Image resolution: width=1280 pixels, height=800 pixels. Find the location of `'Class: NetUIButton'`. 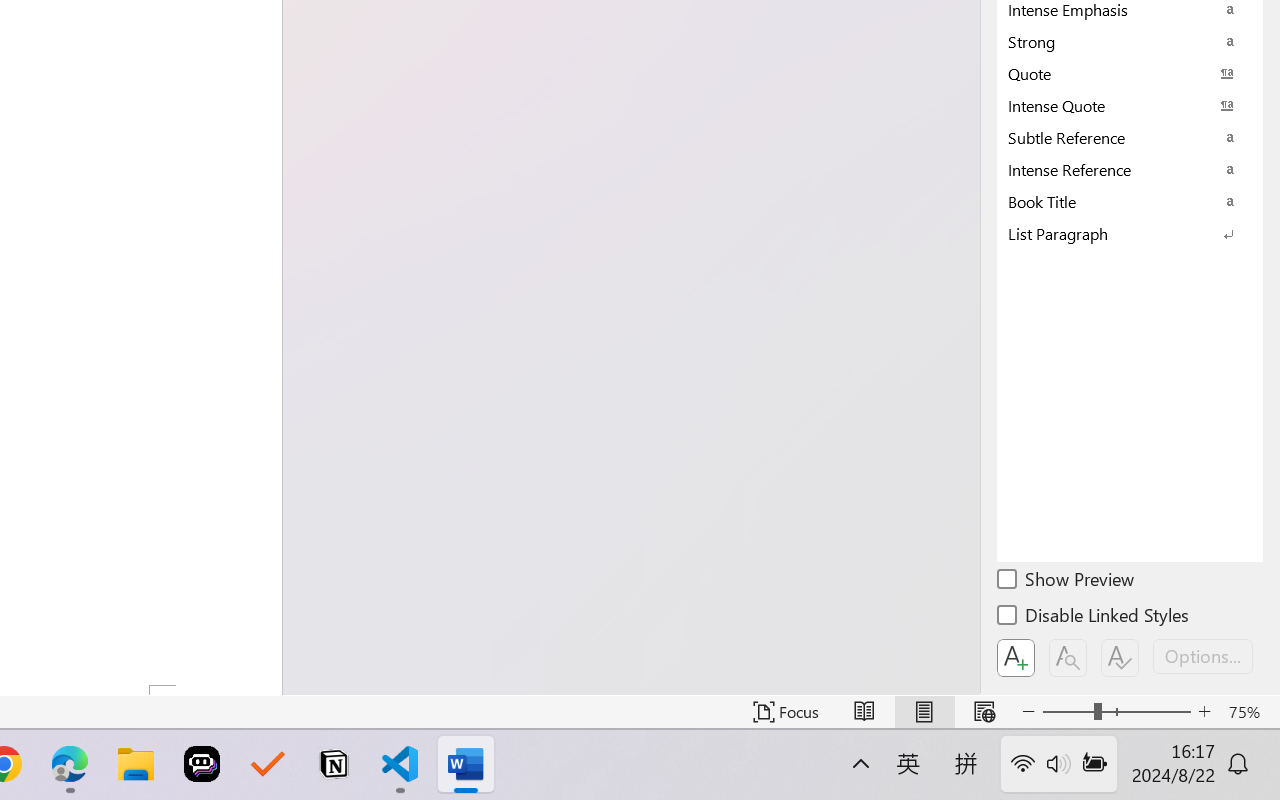

'Class: NetUIButton' is located at coordinates (1120, 657).